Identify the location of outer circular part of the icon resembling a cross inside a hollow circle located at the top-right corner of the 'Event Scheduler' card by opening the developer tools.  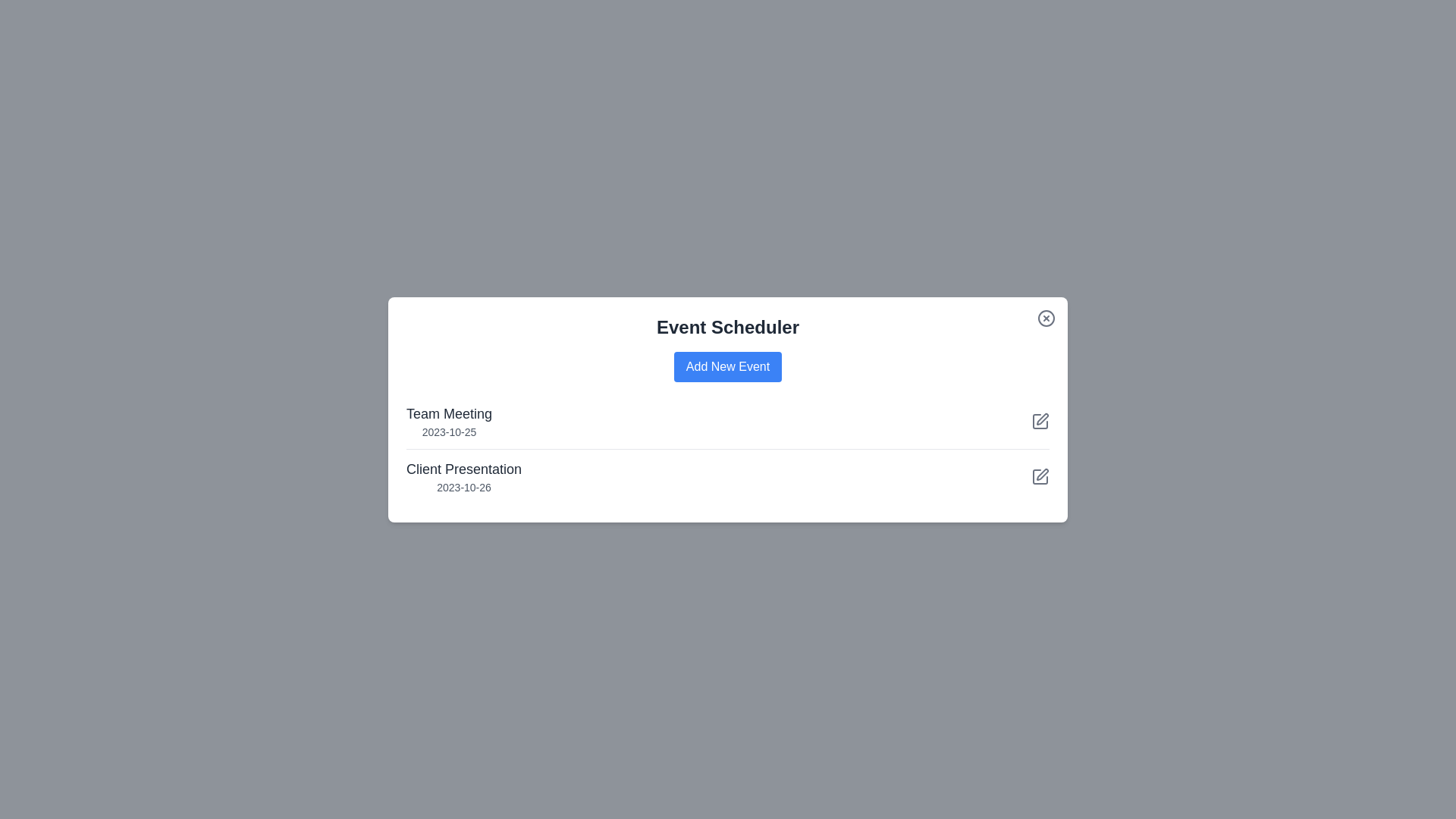
(1046, 317).